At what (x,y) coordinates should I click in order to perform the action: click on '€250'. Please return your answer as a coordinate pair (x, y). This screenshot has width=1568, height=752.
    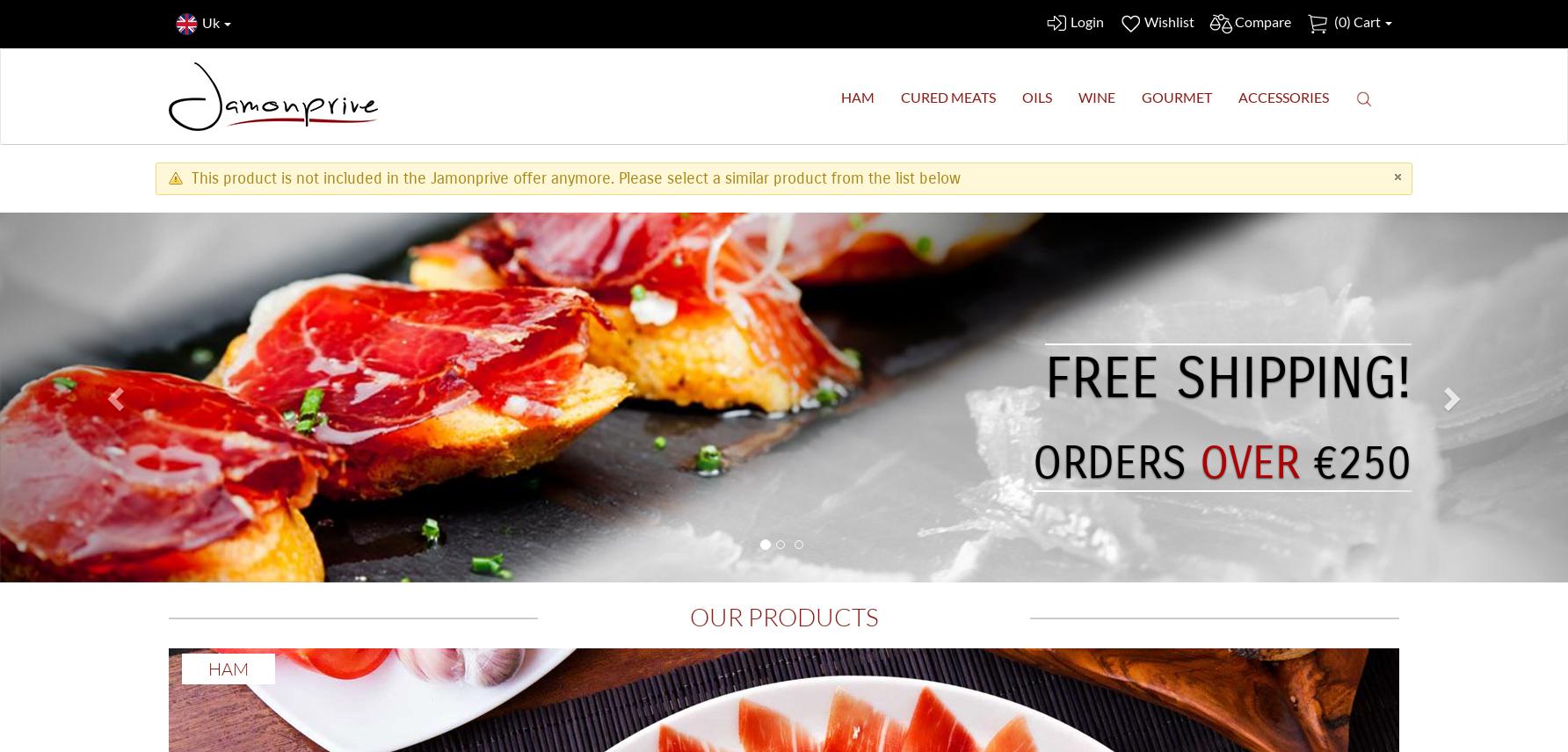
    Looking at the image, I should click on (49, 462).